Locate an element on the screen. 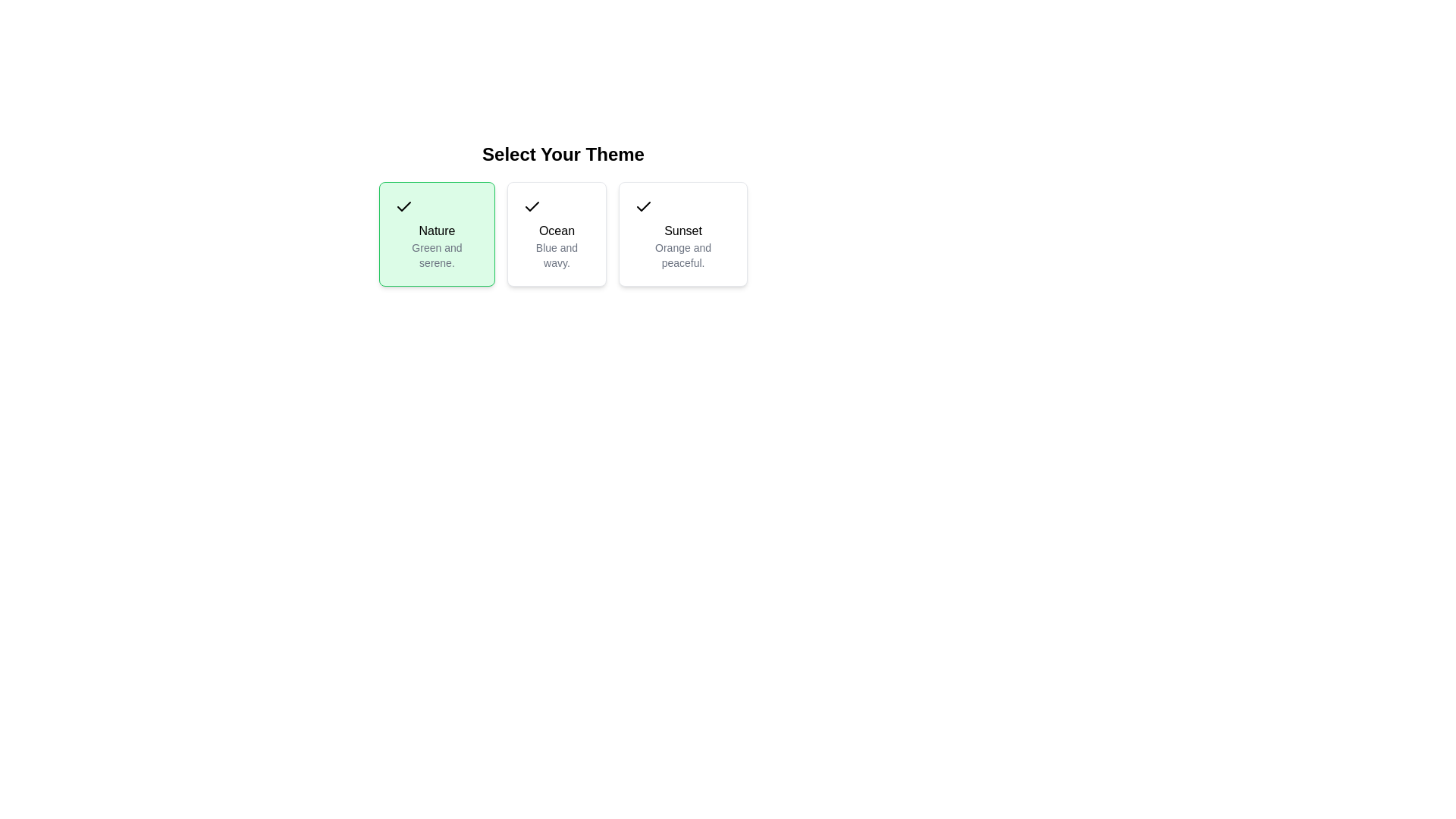 The height and width of the screenshot is (819, 1456). the 'Nature' text label in the first card, which indicates the theme for selection, located centrally above the description 'Green and serene.' is located at coordinates (436, 231).